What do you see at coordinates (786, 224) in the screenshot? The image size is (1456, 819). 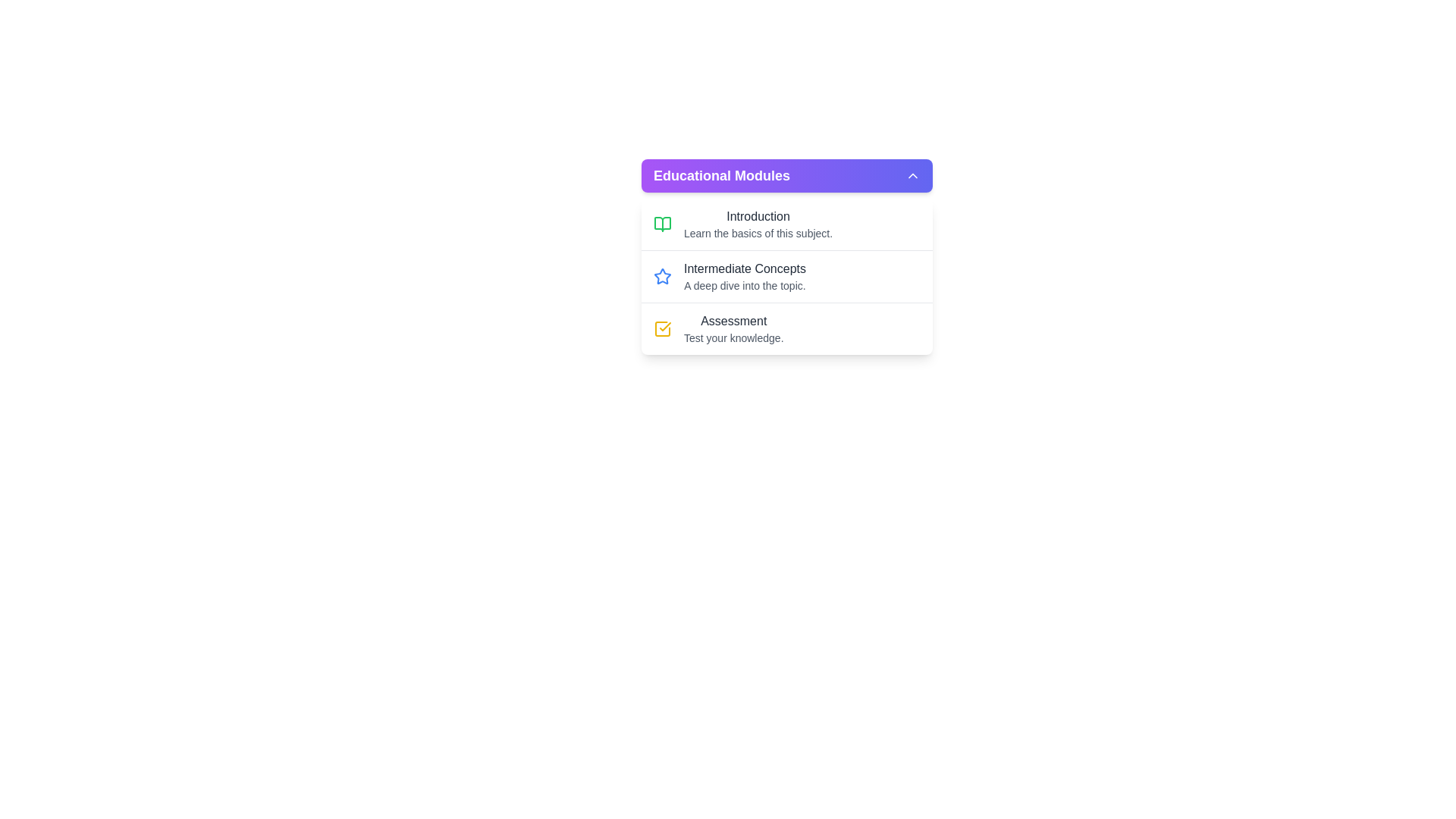 I see `the first selectable list item labeled 'Introduction' with a green open book icon` at bounding box center [786, 224].